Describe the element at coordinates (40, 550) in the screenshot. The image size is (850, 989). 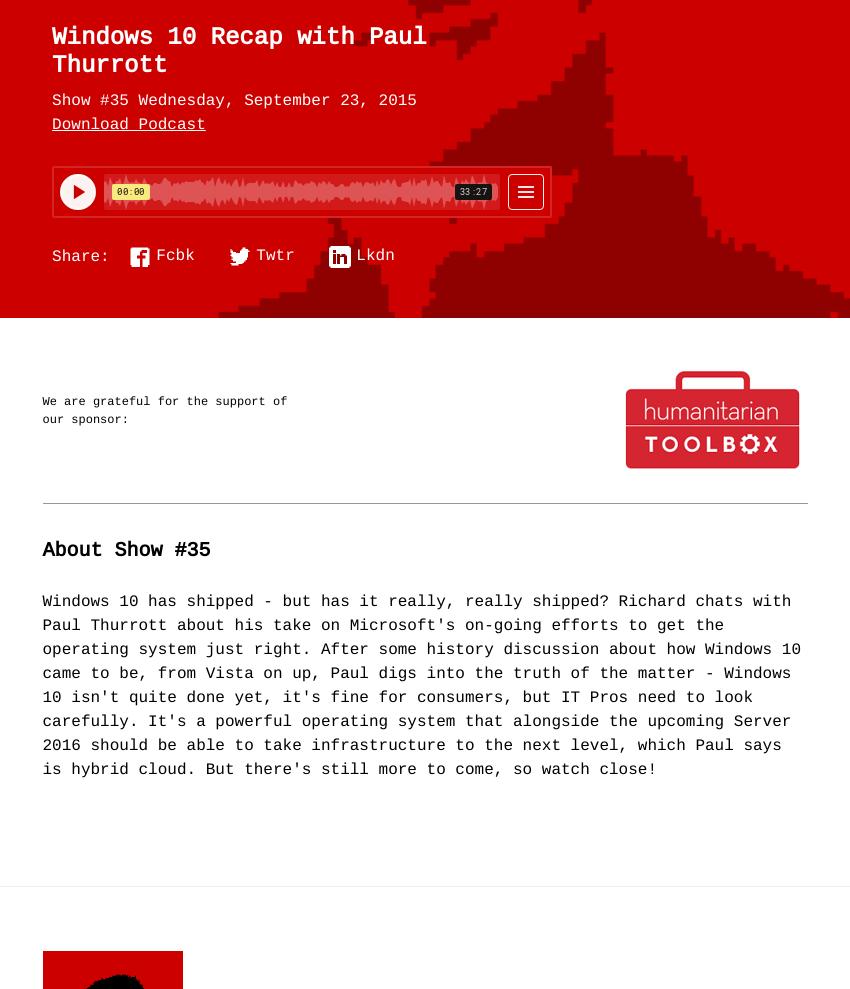
I see `'About Show #35'` at that location.